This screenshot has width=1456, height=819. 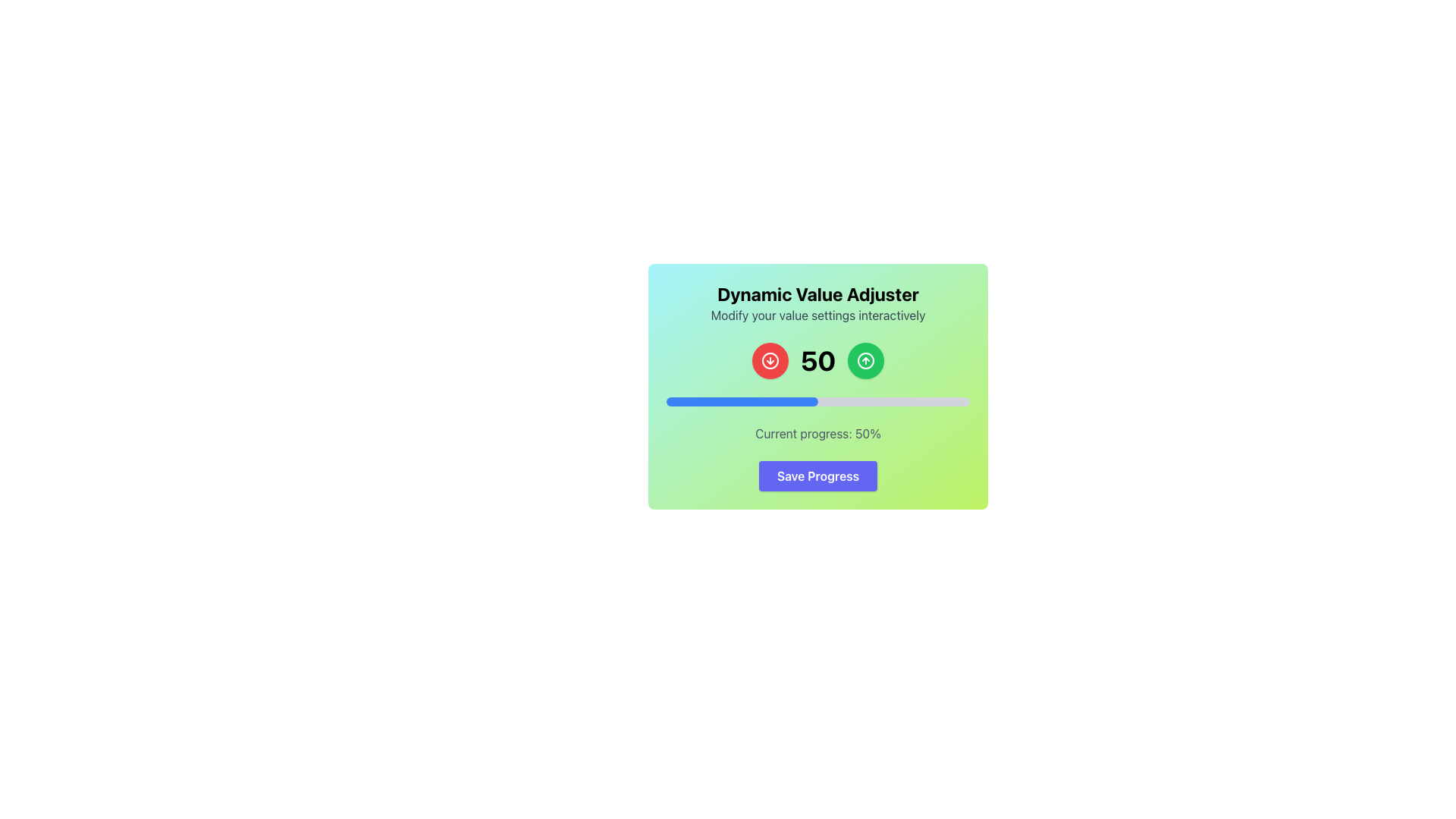 I want to click on the decrement icon located within the circular red button to the left of the central numerical display '50' to decrement the value, so click(x=770, y=360).